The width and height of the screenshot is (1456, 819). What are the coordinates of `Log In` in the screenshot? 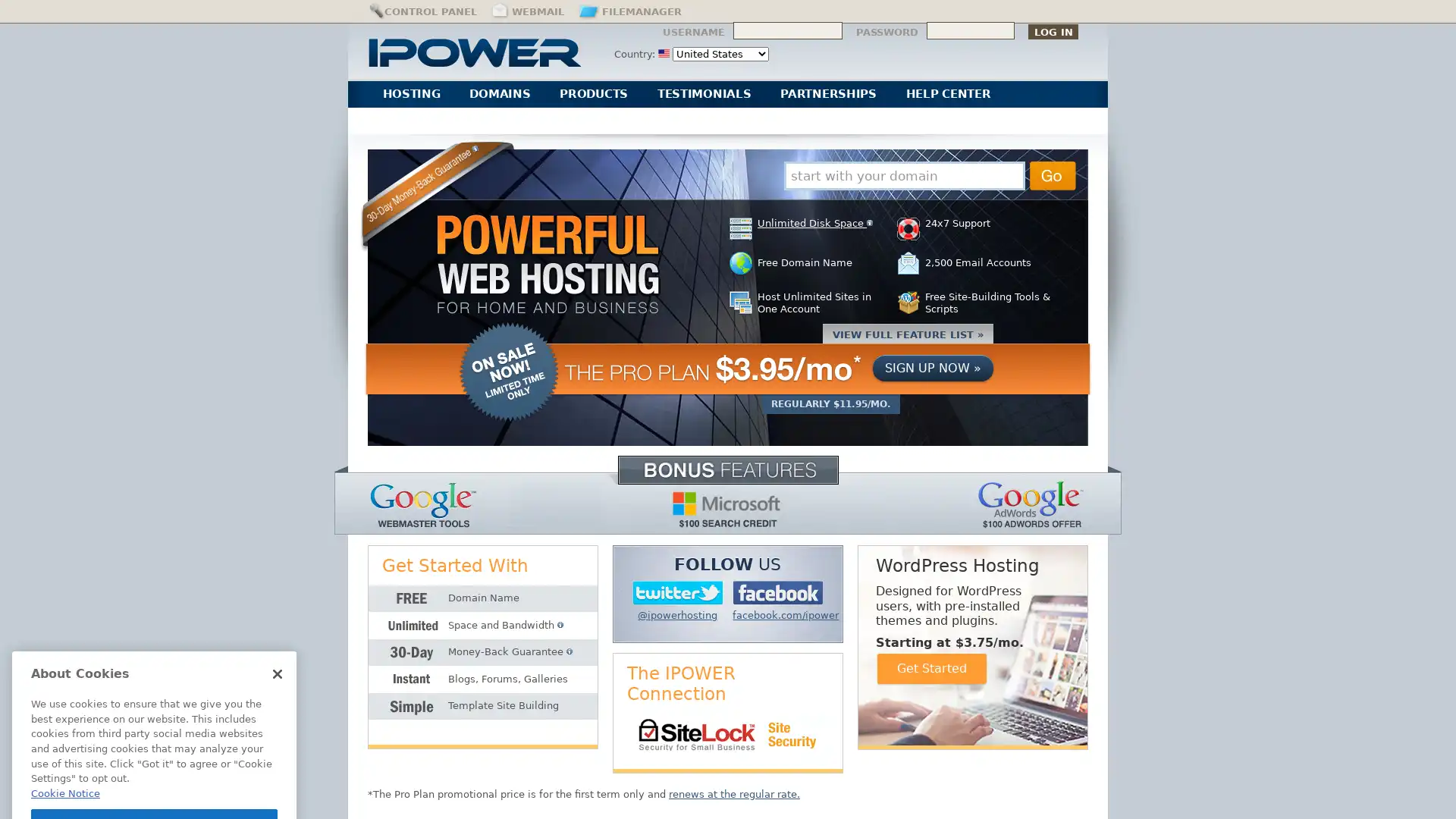 It's located at (1052, 31).